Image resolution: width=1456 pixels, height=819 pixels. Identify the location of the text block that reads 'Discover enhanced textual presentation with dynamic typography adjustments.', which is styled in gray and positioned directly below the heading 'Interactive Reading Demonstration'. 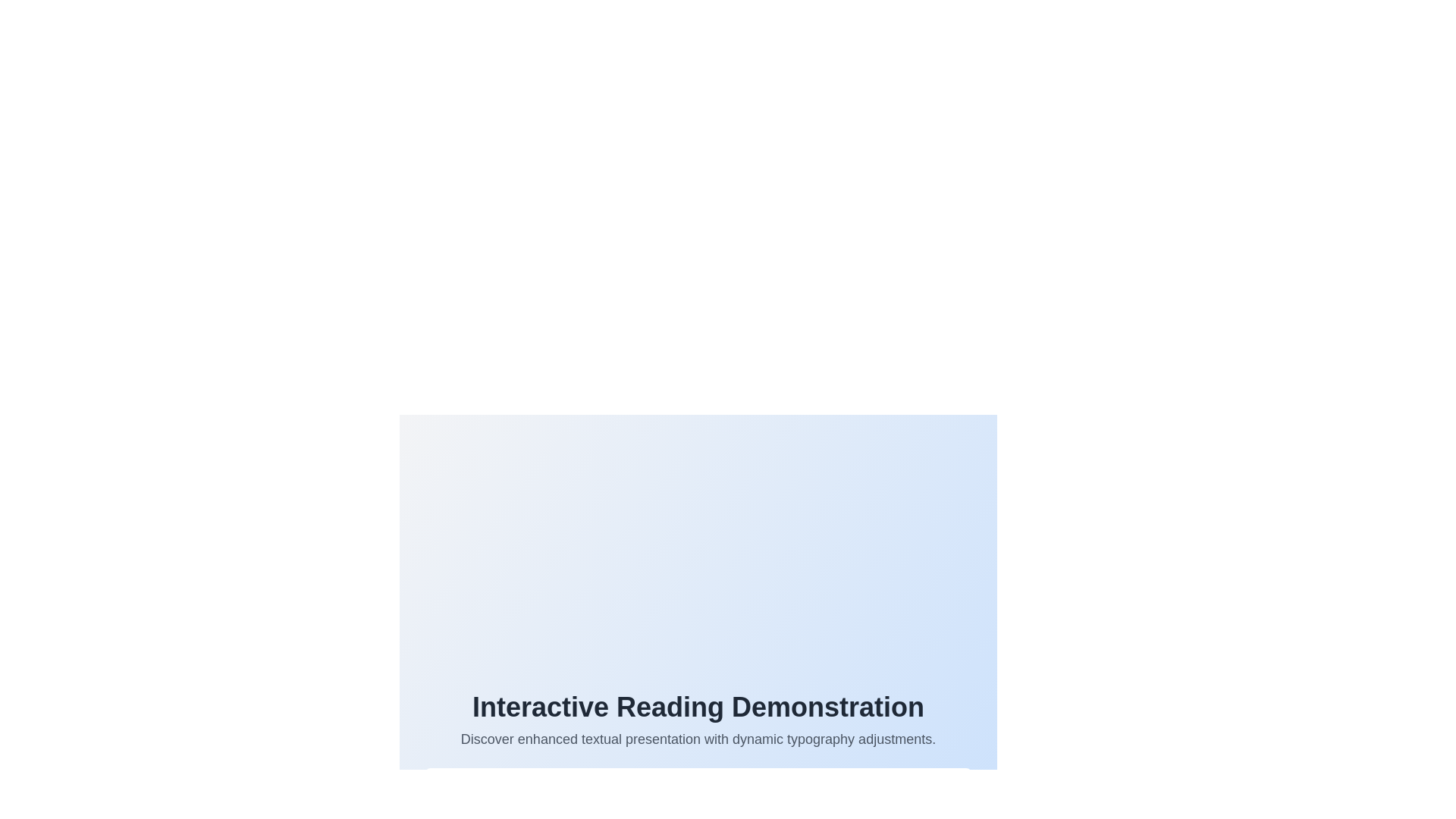
(698, 739).